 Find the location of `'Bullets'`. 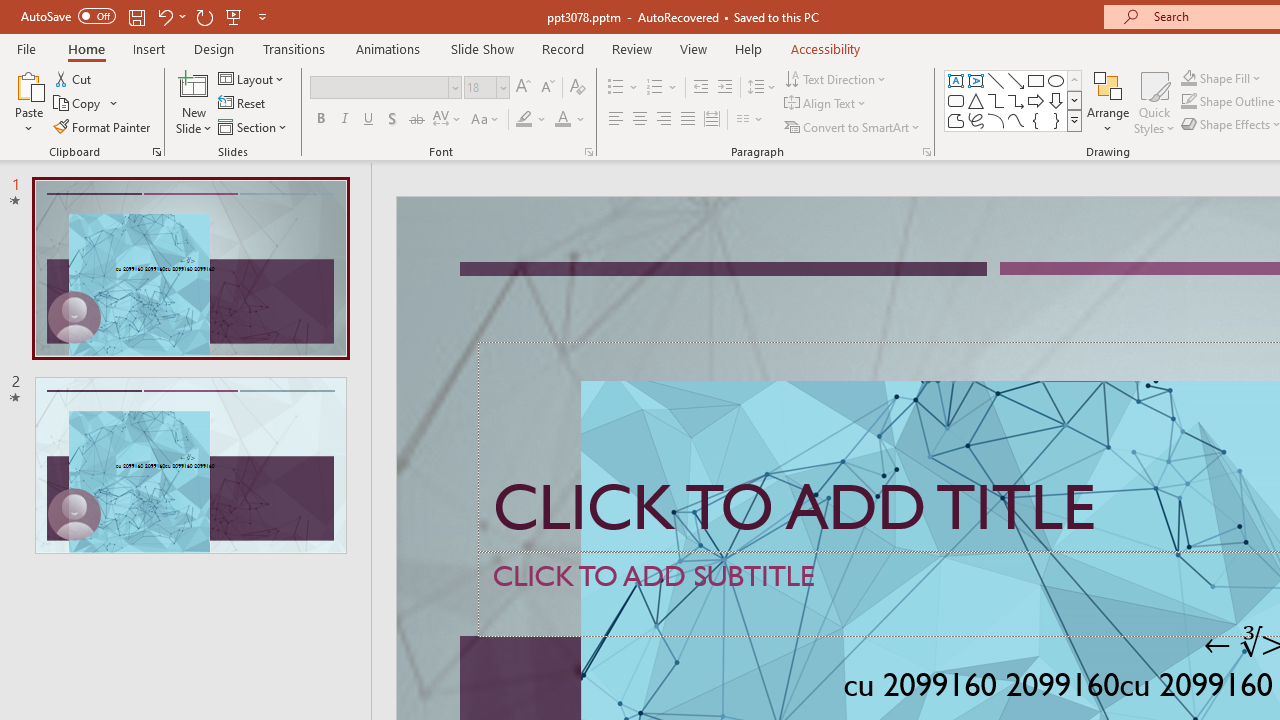

'Bullets' is located at coordinates (615, 86).